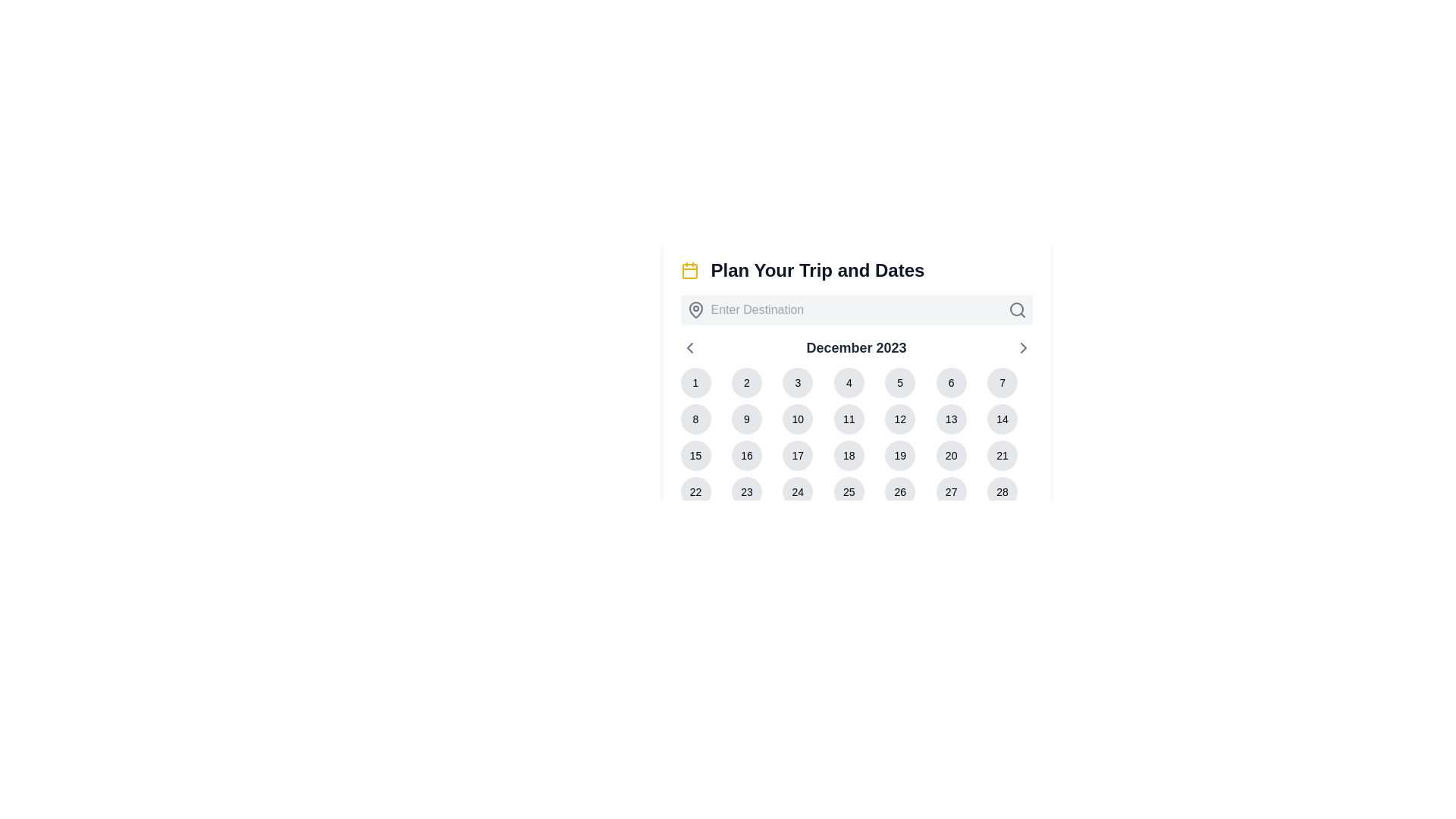 This screenshot has height=819, width=1456. Describe the element at coordinates (848, 382) in the screenshot. I see `the circular button with a light gray background and the numeral '4'` at that location.